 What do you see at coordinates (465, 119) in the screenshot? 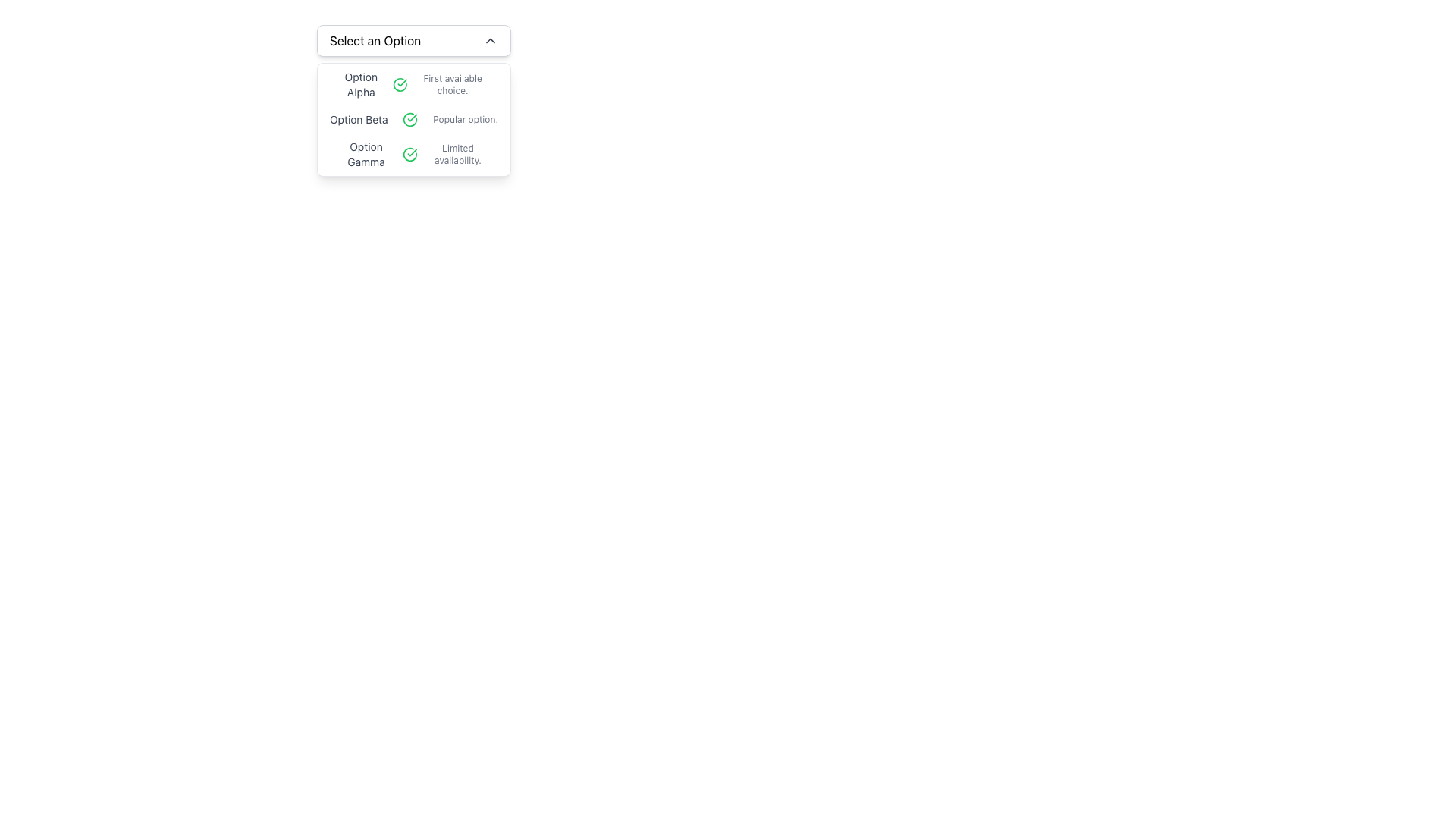
I see `the 'Popular option.' text label, which is a small gray font label located to the right of 'Option Beta' within its dropdown group` at bounding box center [465, 119].